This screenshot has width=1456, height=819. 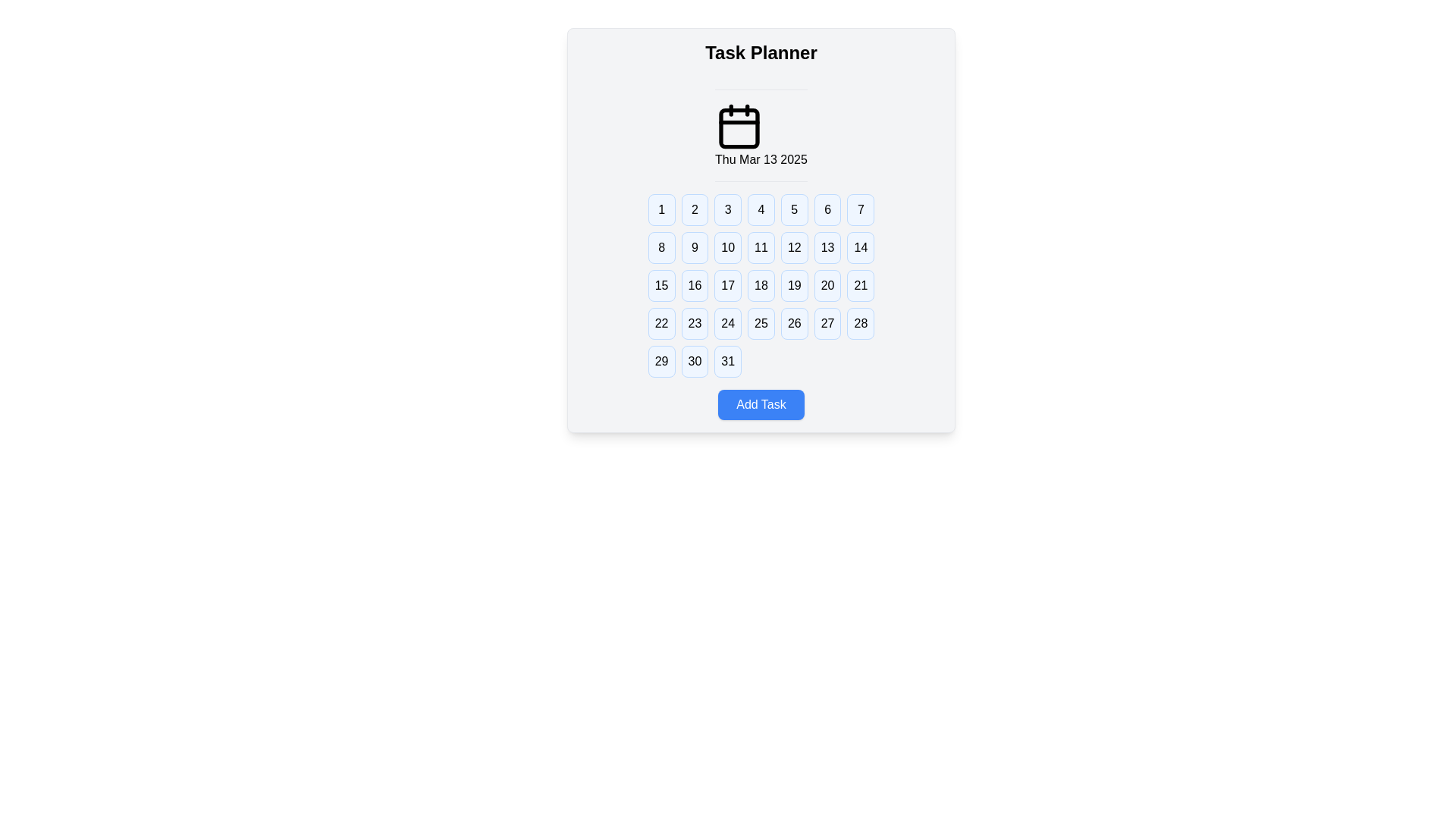 I want to click on the date cell representing '21' in the calendar interface, located in the third row and seventh column of the grid layout, so click(x=861, y=286).